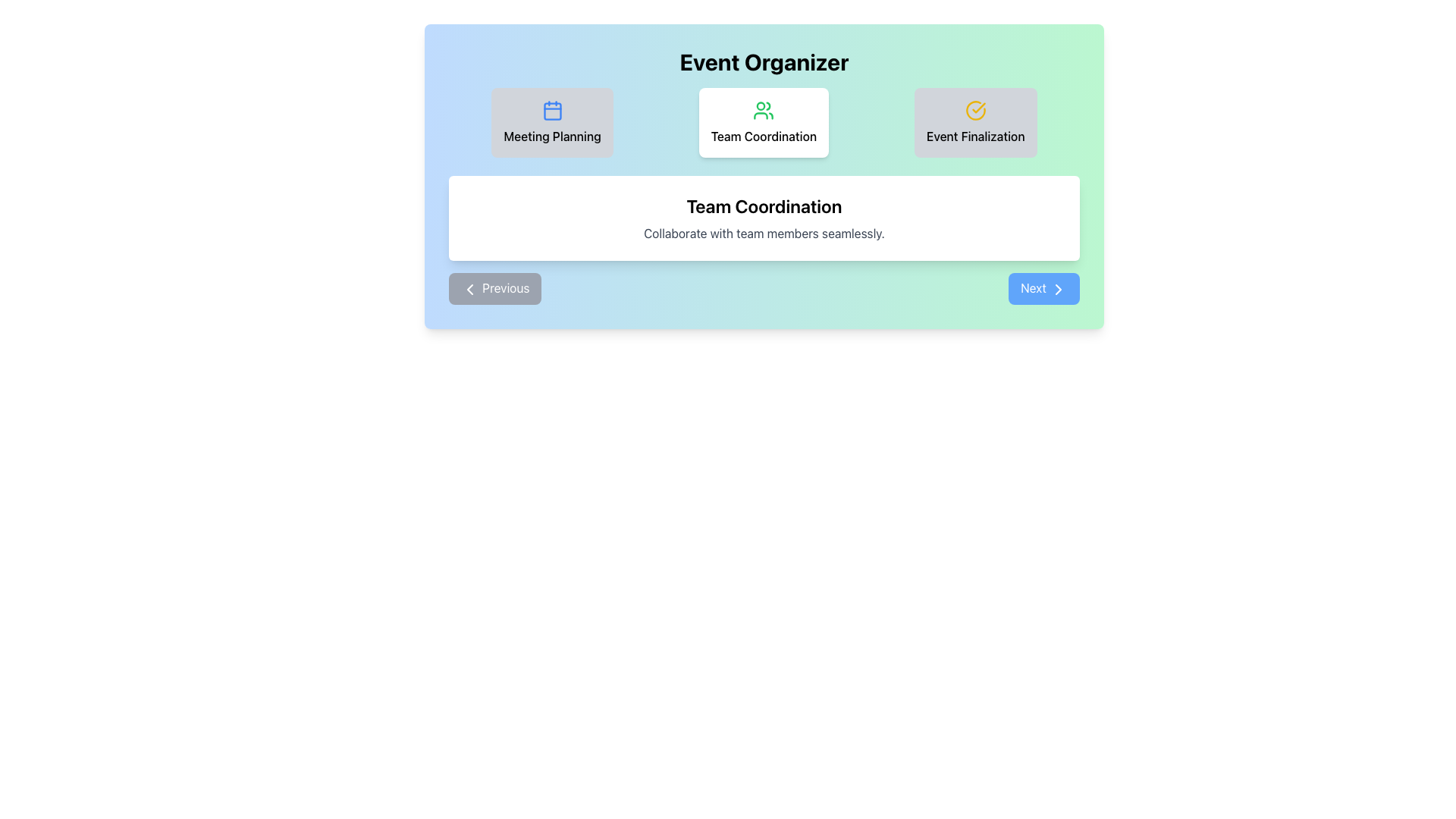  Describe the element at coordinates (1058, 289) in the screenshot. I see `the right-facing chevron icon within the 'Next' button located at the bottom-right corner of the interface` at that location.